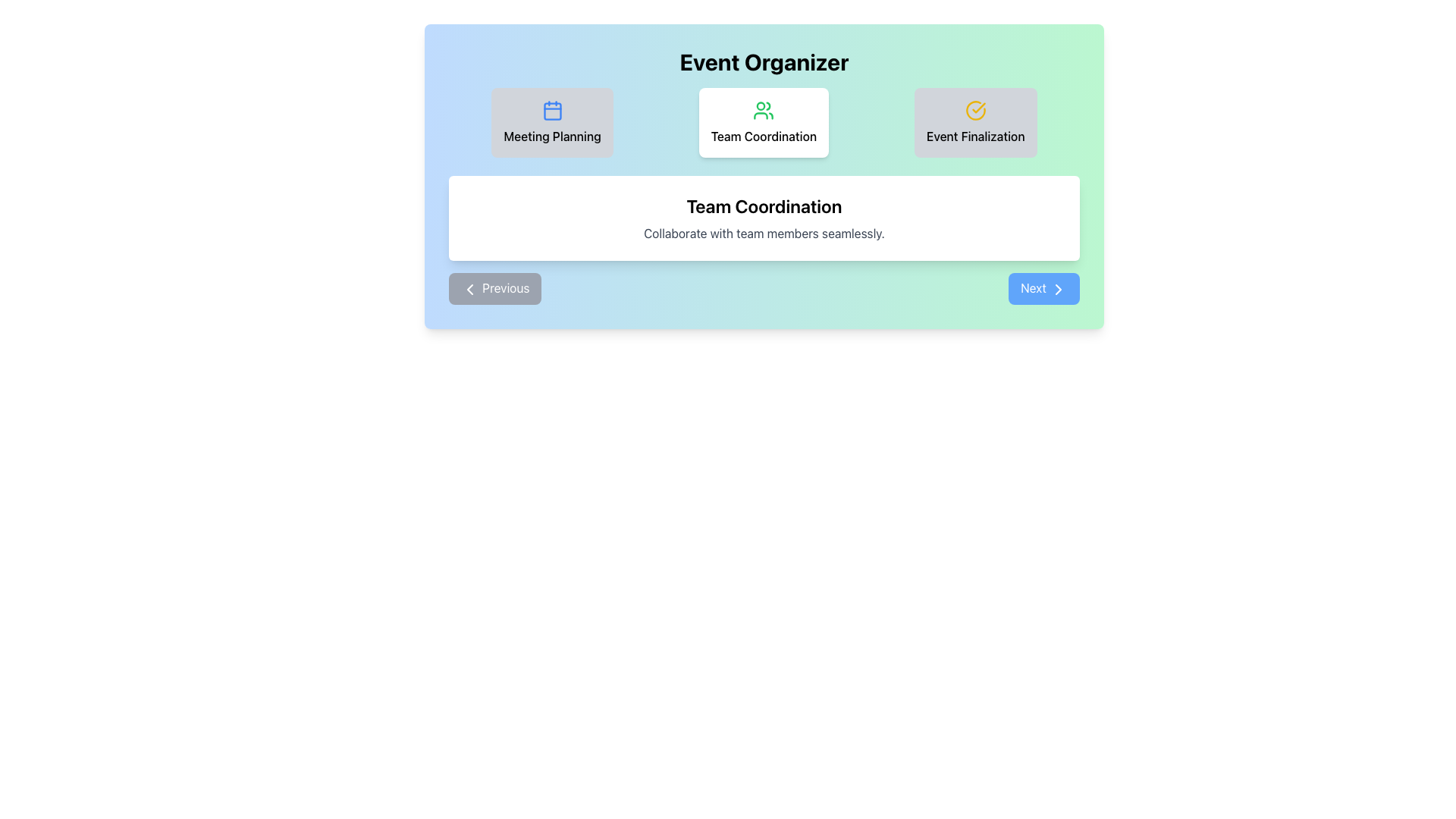  Describe the element at coordinates (1058, 289) in the screenshot. I see `the right-facing chevron icon within the 'Next' button located at the bottom-right corner of the interface` at that location.